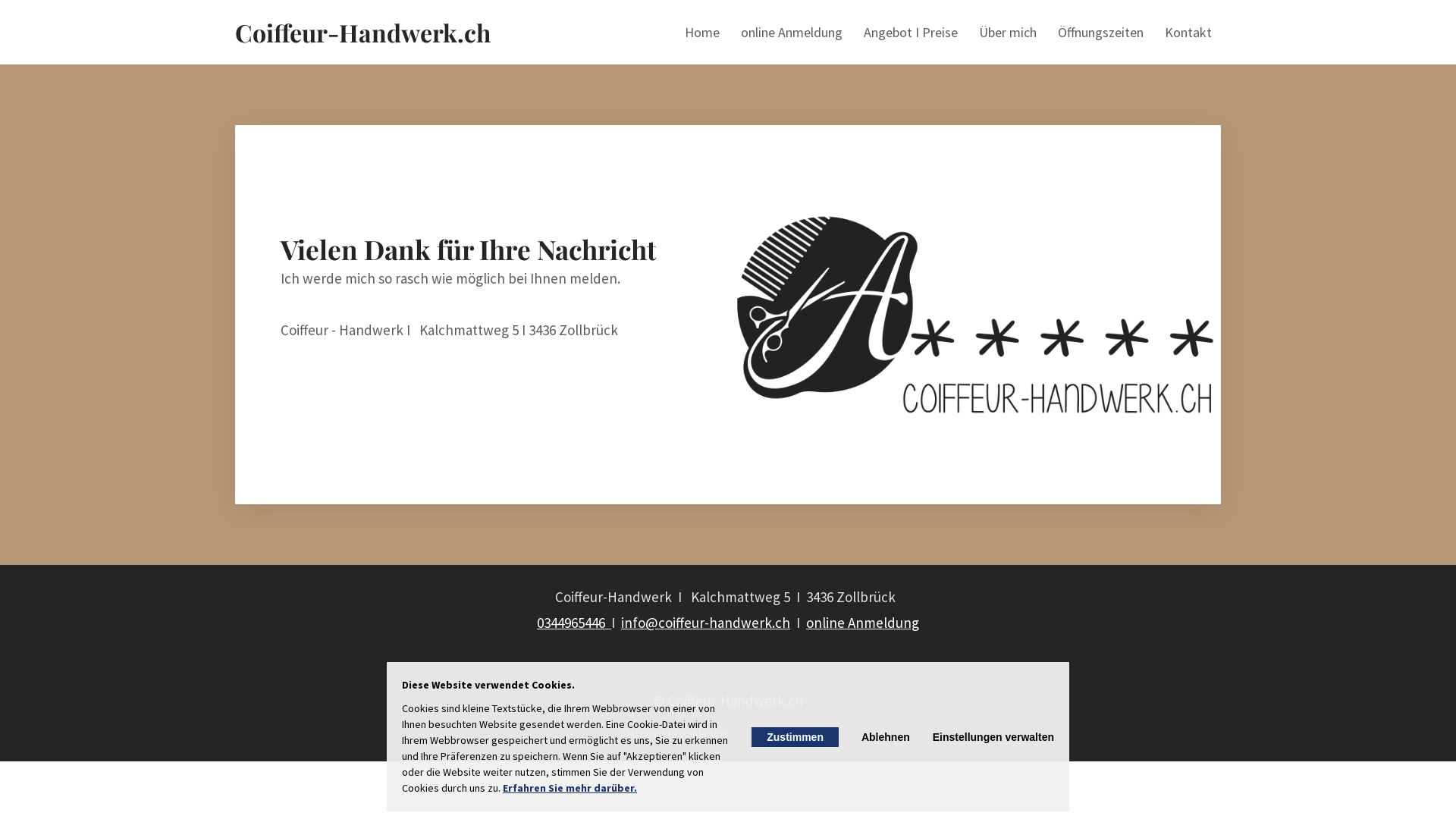  I want to click on 'info@coiffeur-handwerk.ch', so click(704, 623).